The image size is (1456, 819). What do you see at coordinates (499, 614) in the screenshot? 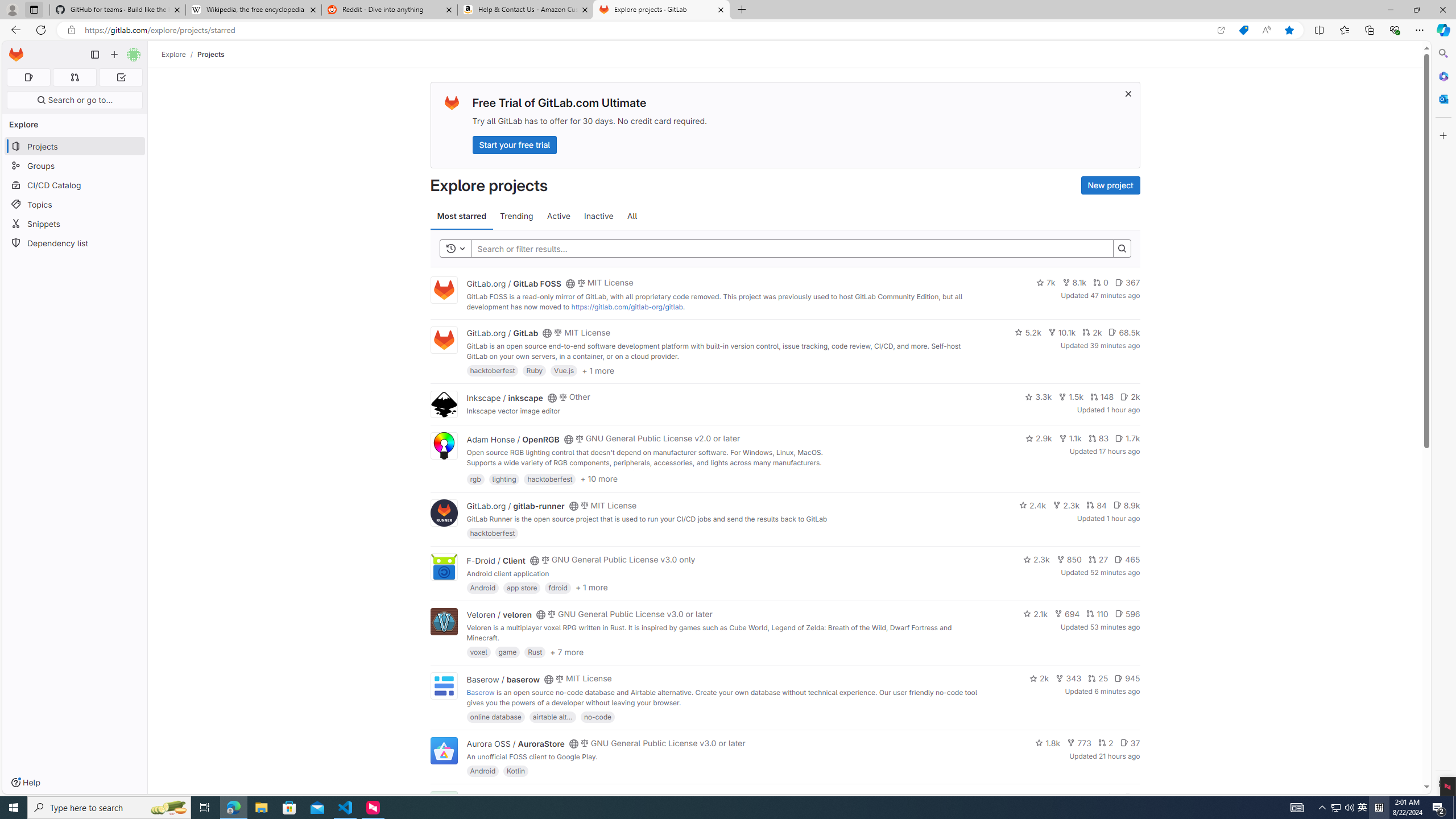
I see `'Veloren / veloren'` at bounding box center [499, 614].